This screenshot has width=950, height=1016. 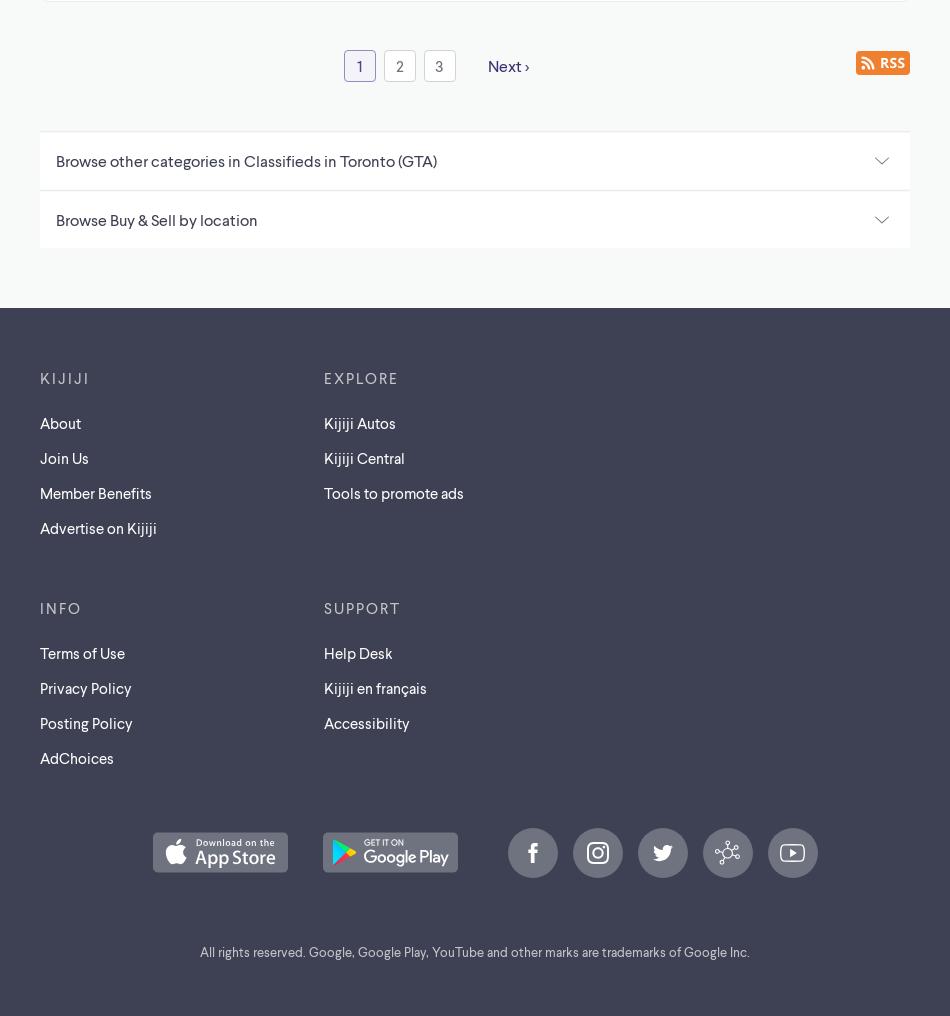 What do you see at coordinates (245, 158) in the screenshot?
I see `'Browse other categories in Classifieds in Toronto (GTA)'` at bounding box center [245, 158].